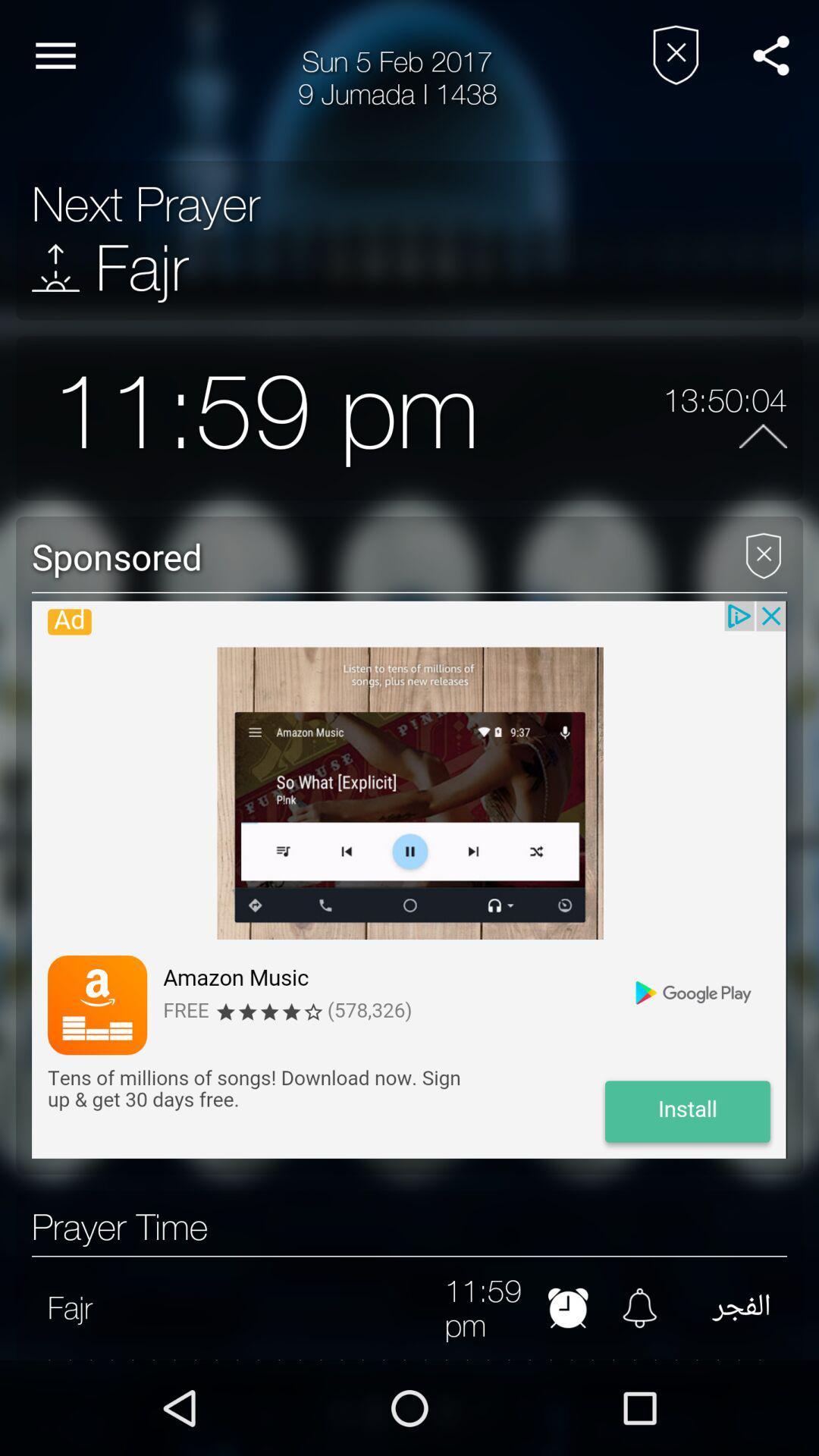 The width and height of the screenshot is (819, 1456). I want to click on timer, so click(568, 1307).